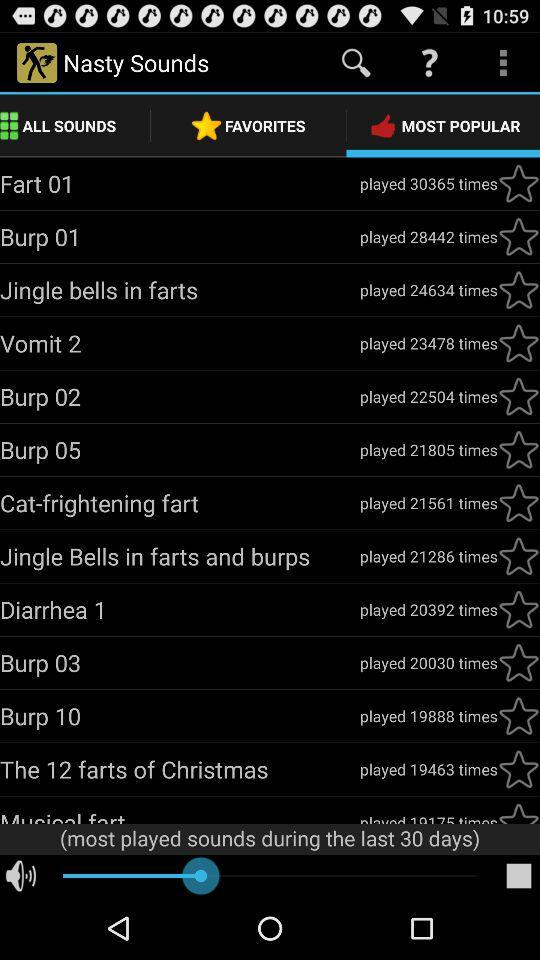 The height and width of the screenshot is (960, 540). I want to click on the played 20030 times app, so click(427, 662).